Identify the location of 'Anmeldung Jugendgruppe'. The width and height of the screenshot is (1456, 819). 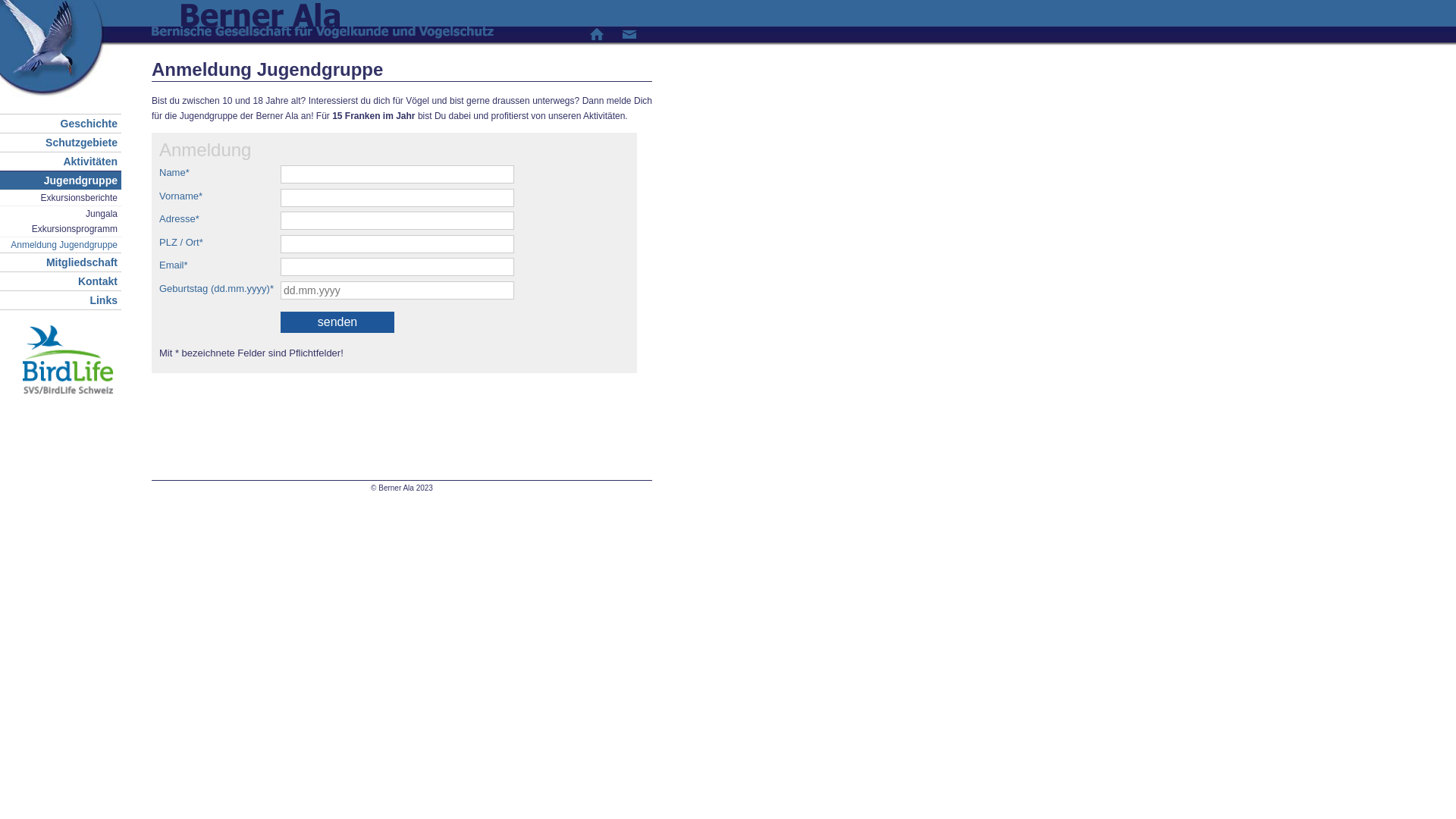
(61, 244).